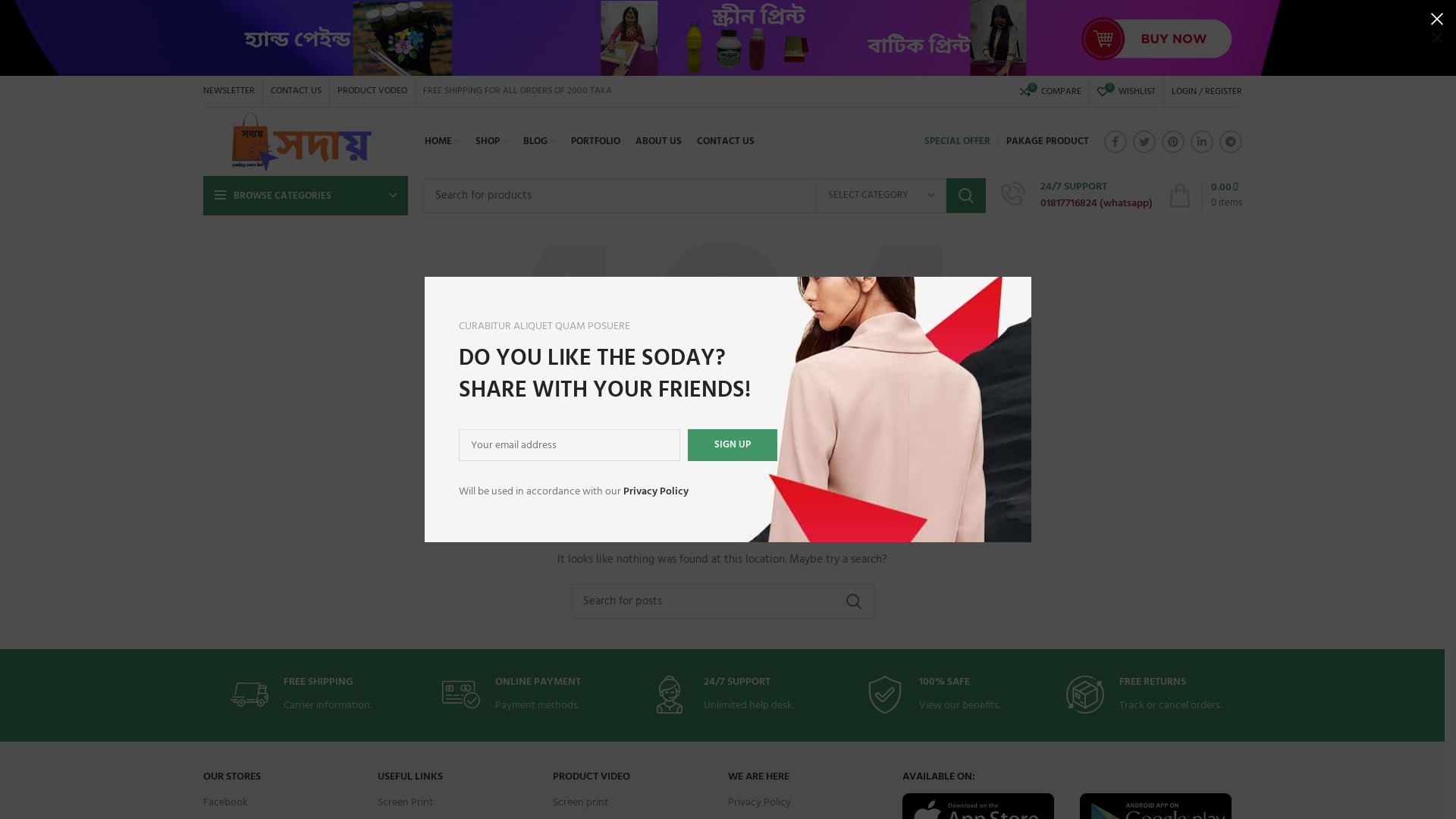 Image resolution: width=1456 pixels, height=819 pixels. I want to click on 'Privacy Policy', so click(623, 491).